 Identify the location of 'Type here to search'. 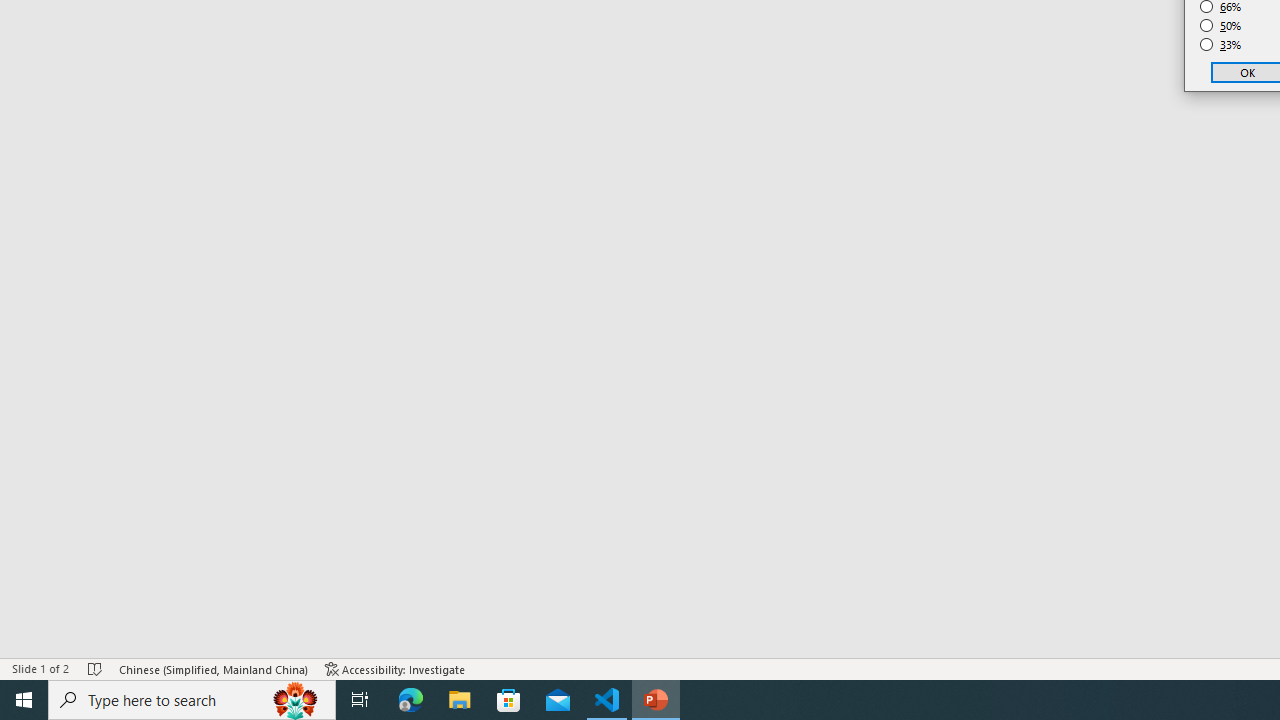
(192, 698).